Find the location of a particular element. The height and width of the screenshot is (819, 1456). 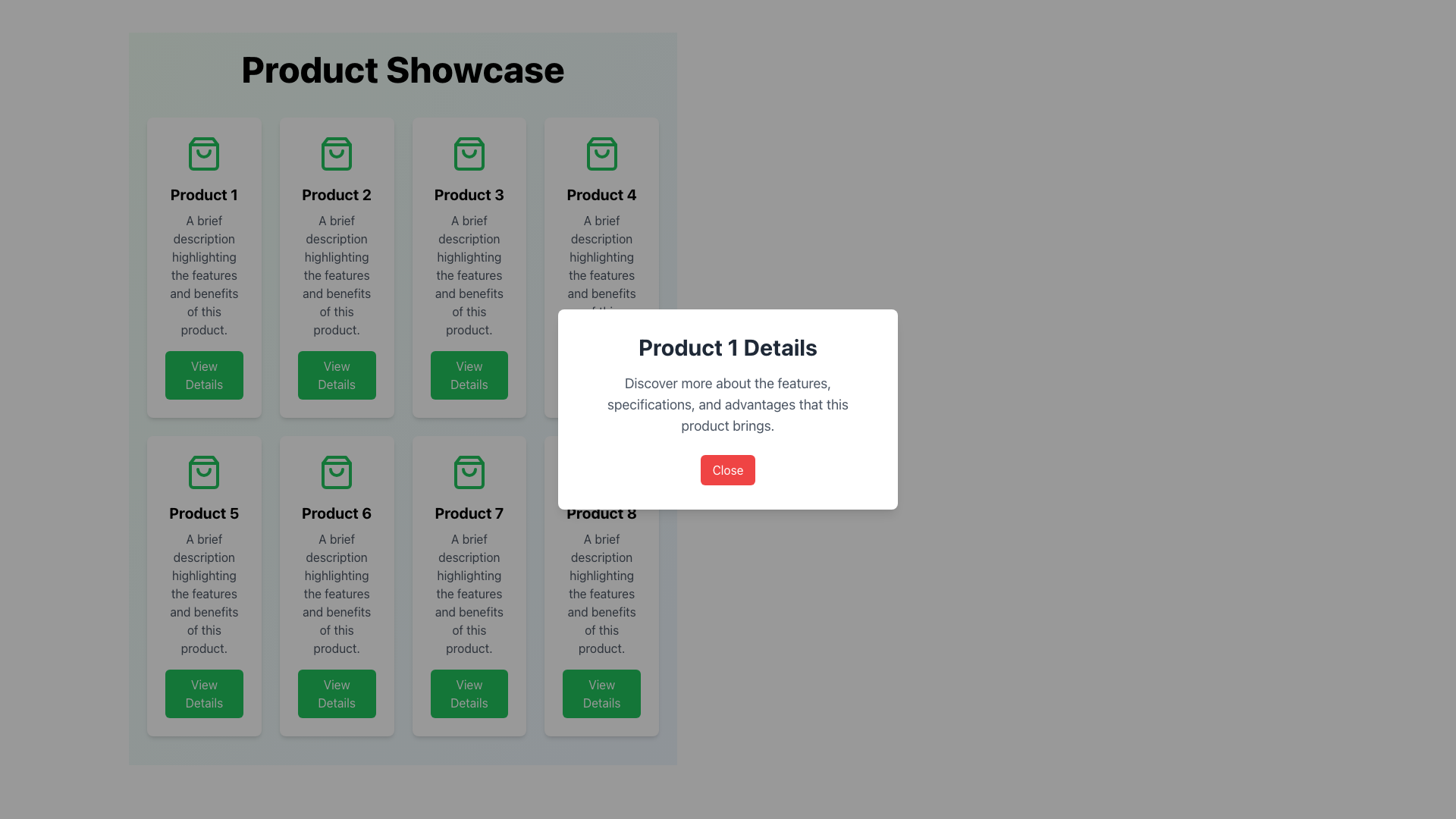

the close button located at the bottom edge of the modal window is located at coordinates (728, 469).